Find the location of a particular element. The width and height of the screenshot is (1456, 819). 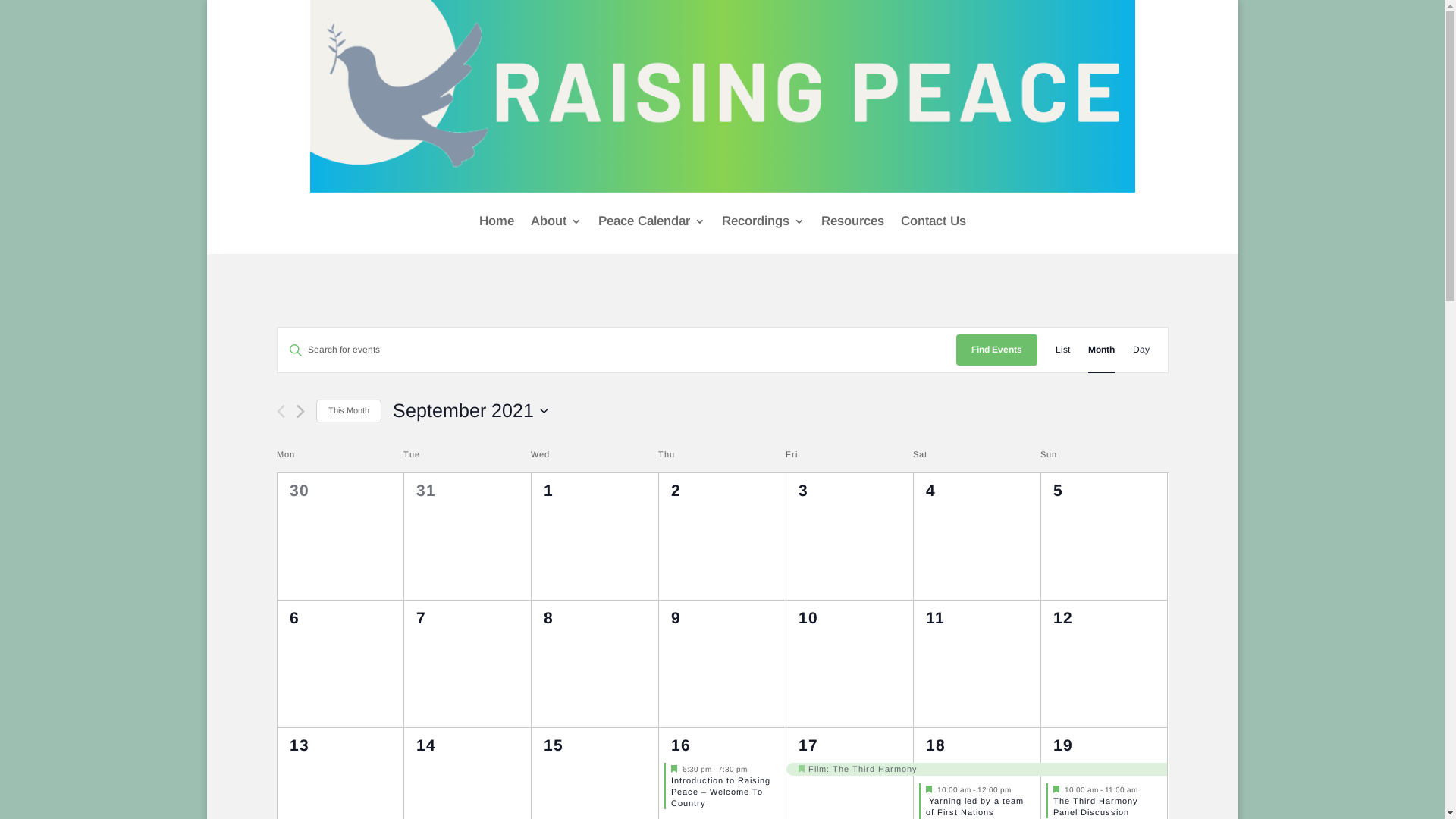

'Find Events' is located at coordinates (996, 350).